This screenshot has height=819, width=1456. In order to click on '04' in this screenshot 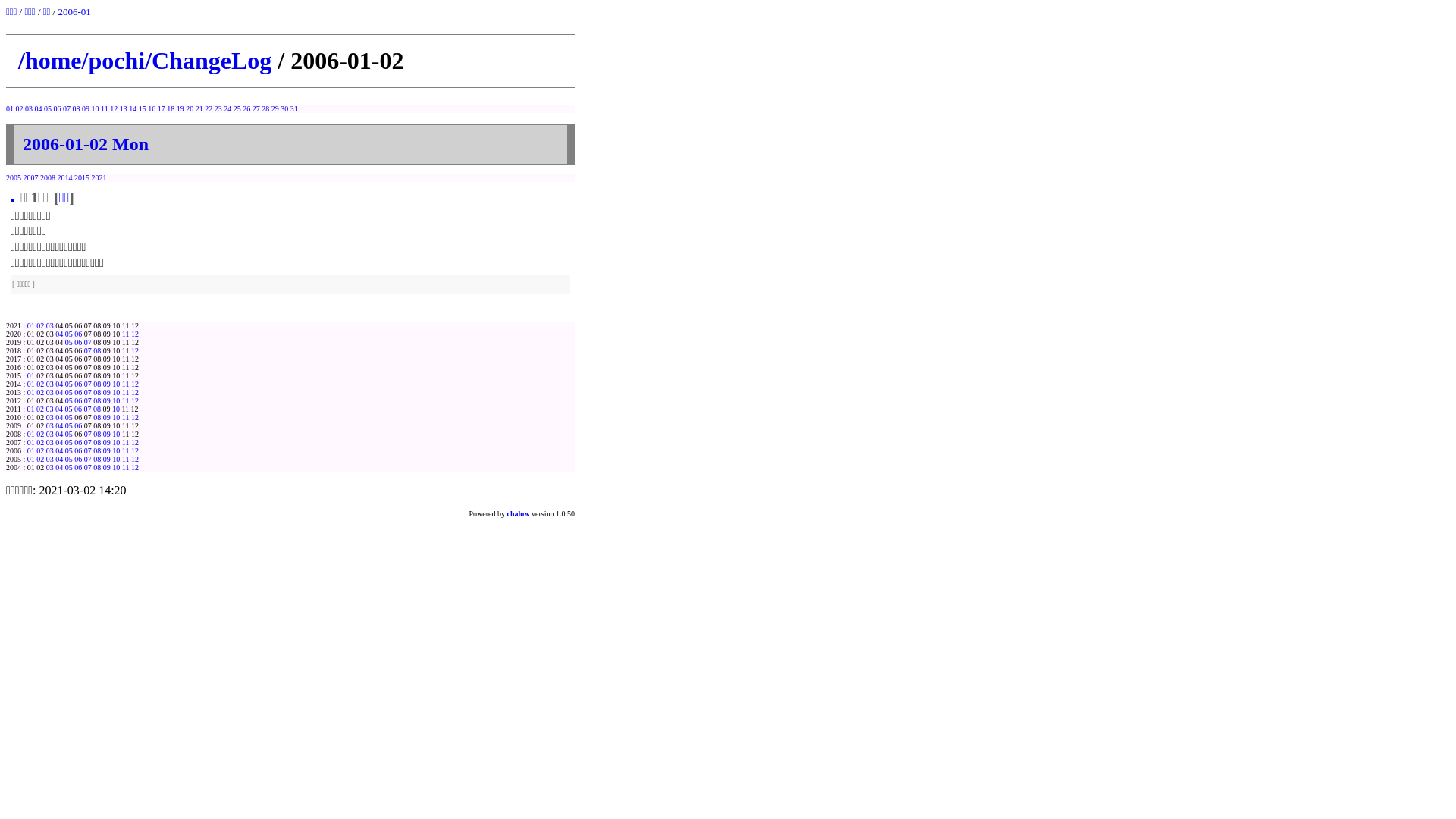, I will do `click(58, 450)`.